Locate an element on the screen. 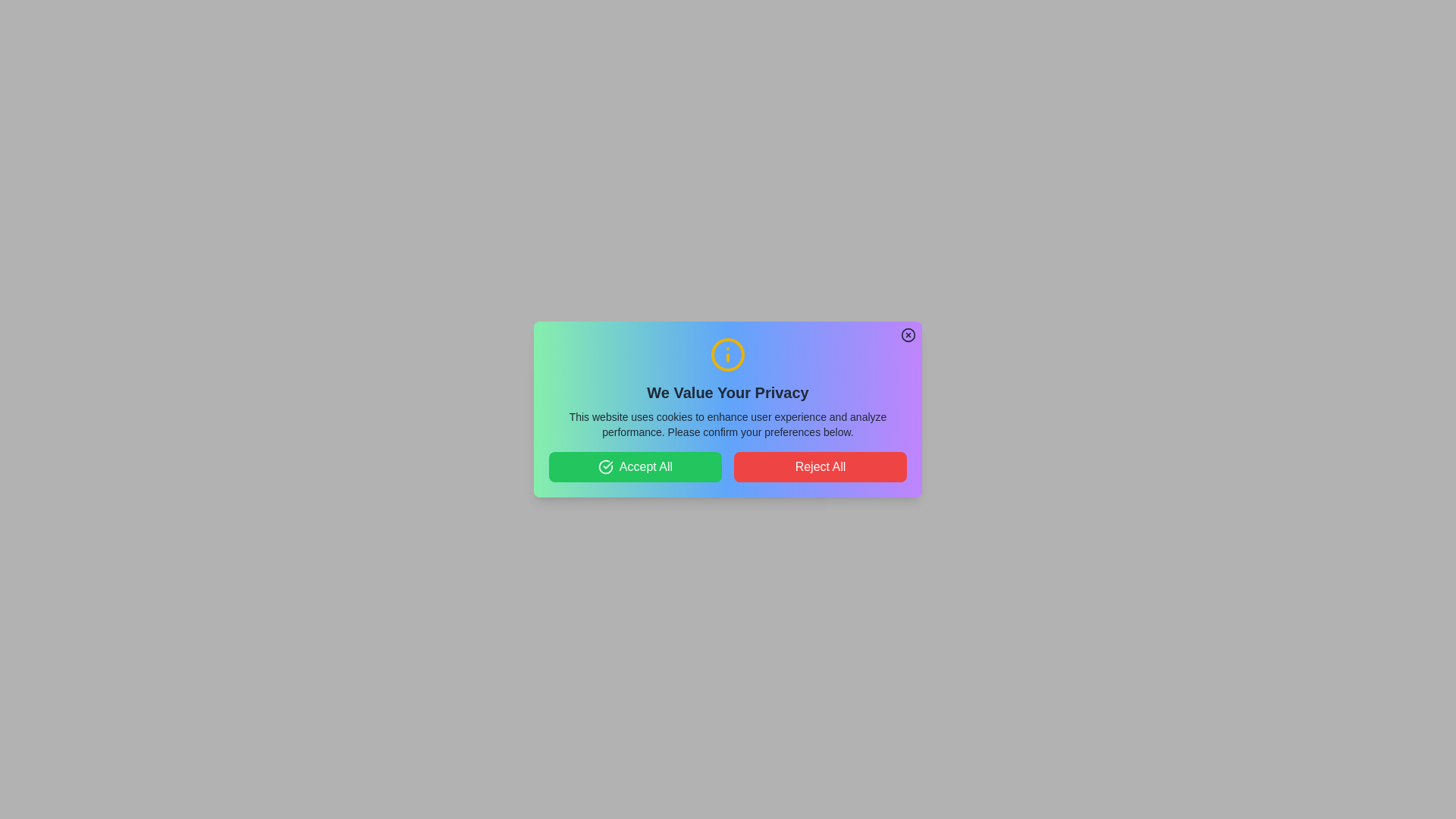 The height and width of the screenshot is (819, 1456). the background outside the dialog box to dismiss it is located at coordinates (75, 76).